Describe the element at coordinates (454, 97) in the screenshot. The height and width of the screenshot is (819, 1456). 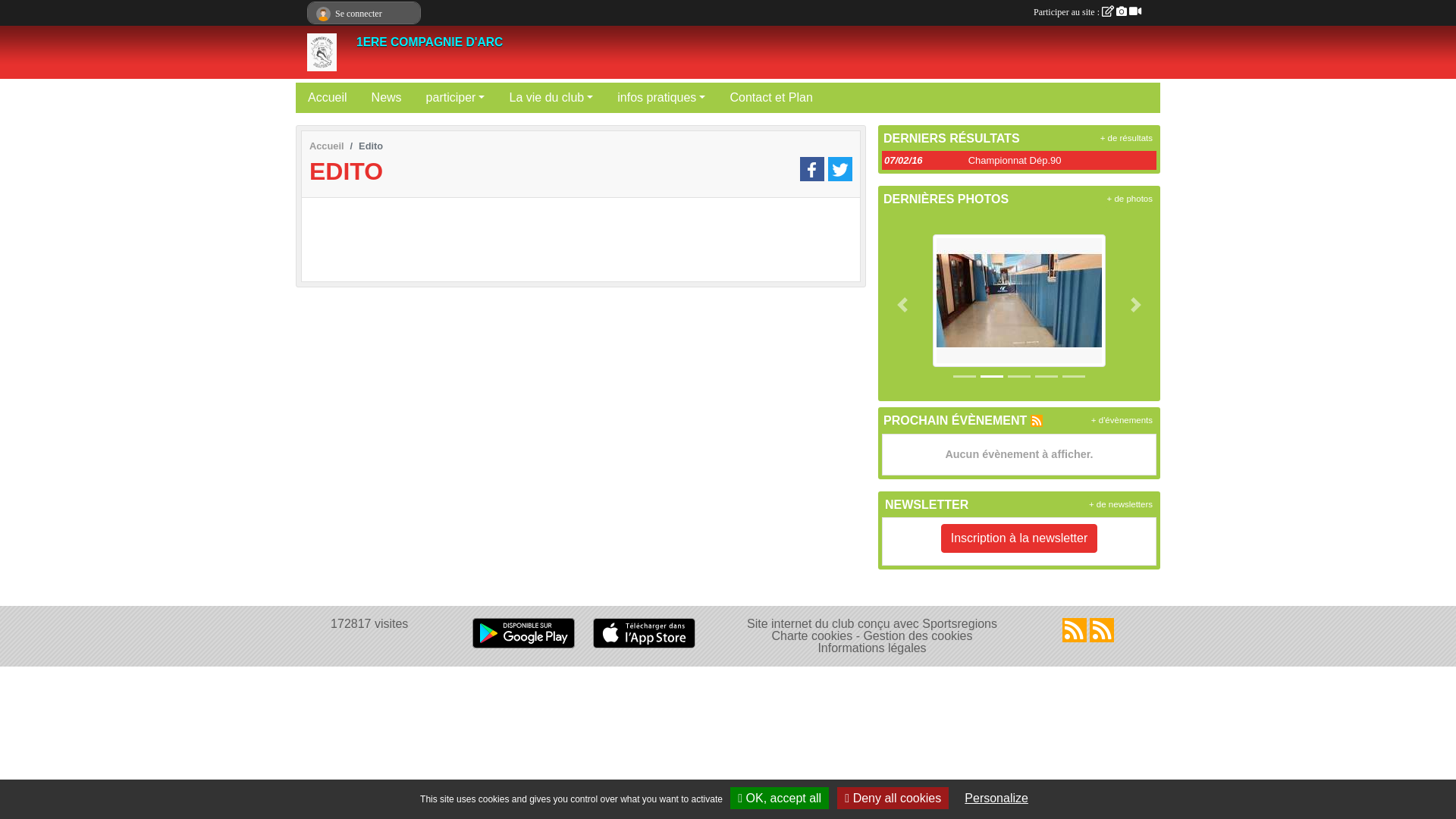
I see `'participer'` at that location.